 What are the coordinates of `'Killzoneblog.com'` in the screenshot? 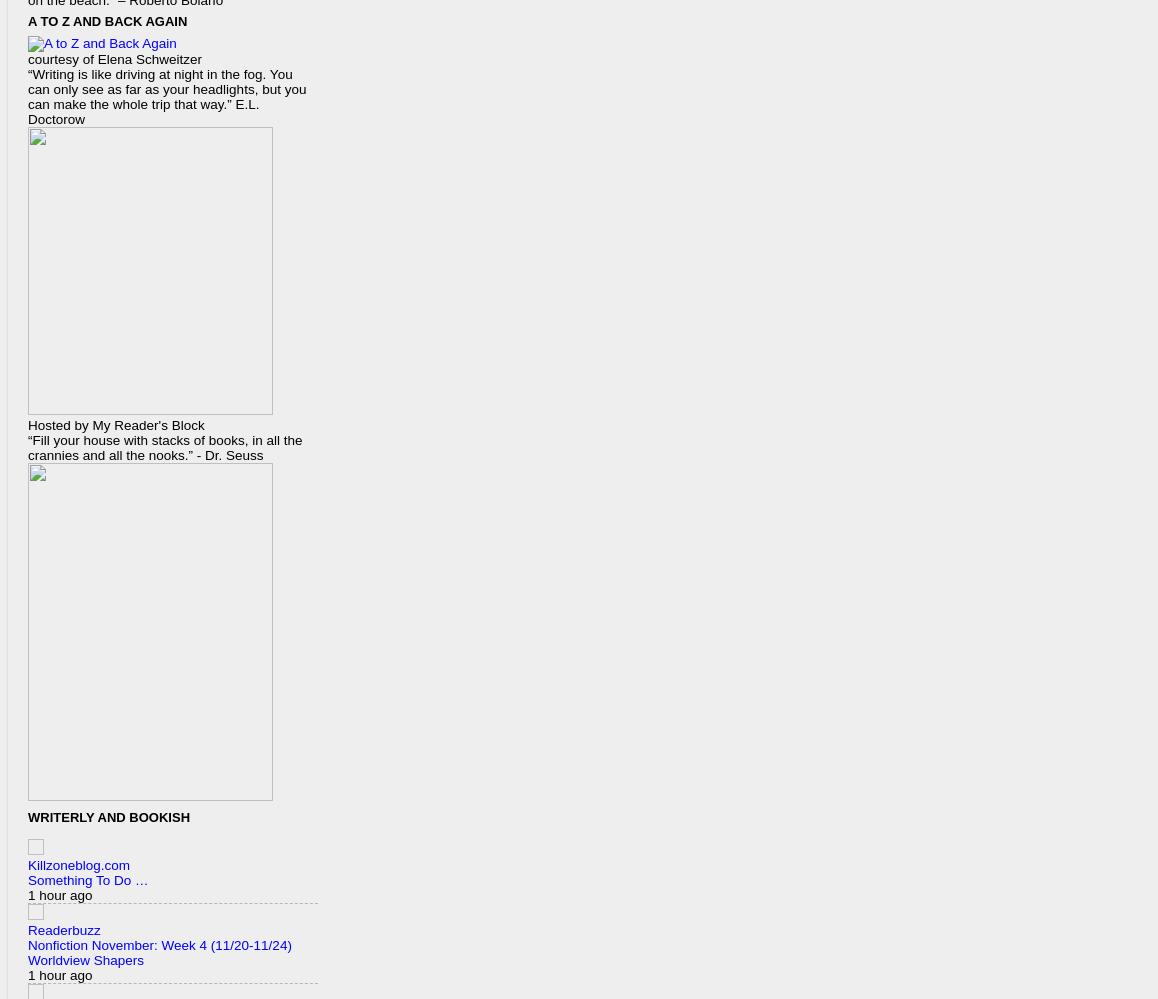 It's located at (78, 863).